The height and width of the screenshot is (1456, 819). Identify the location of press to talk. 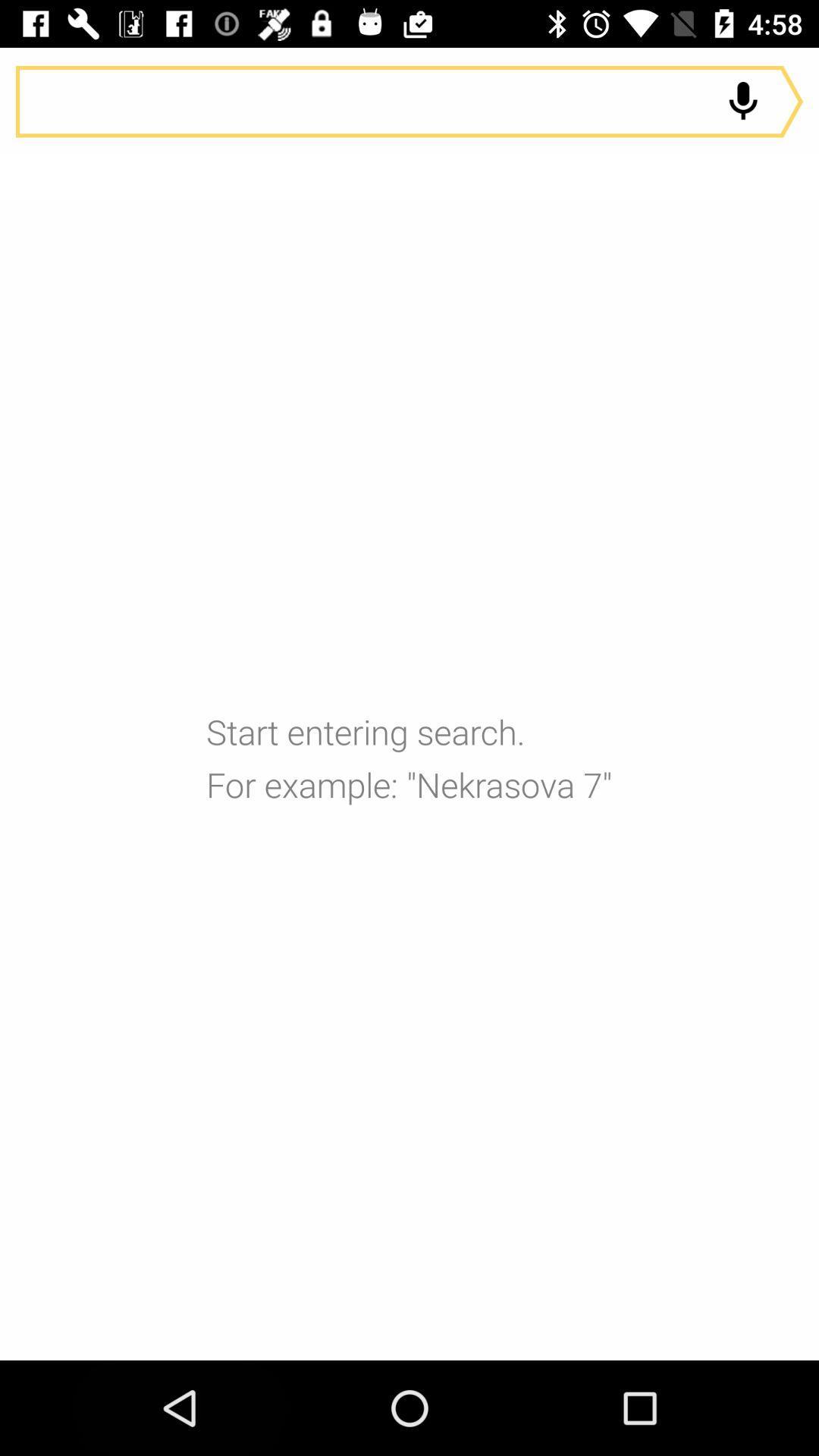
(742, 101).